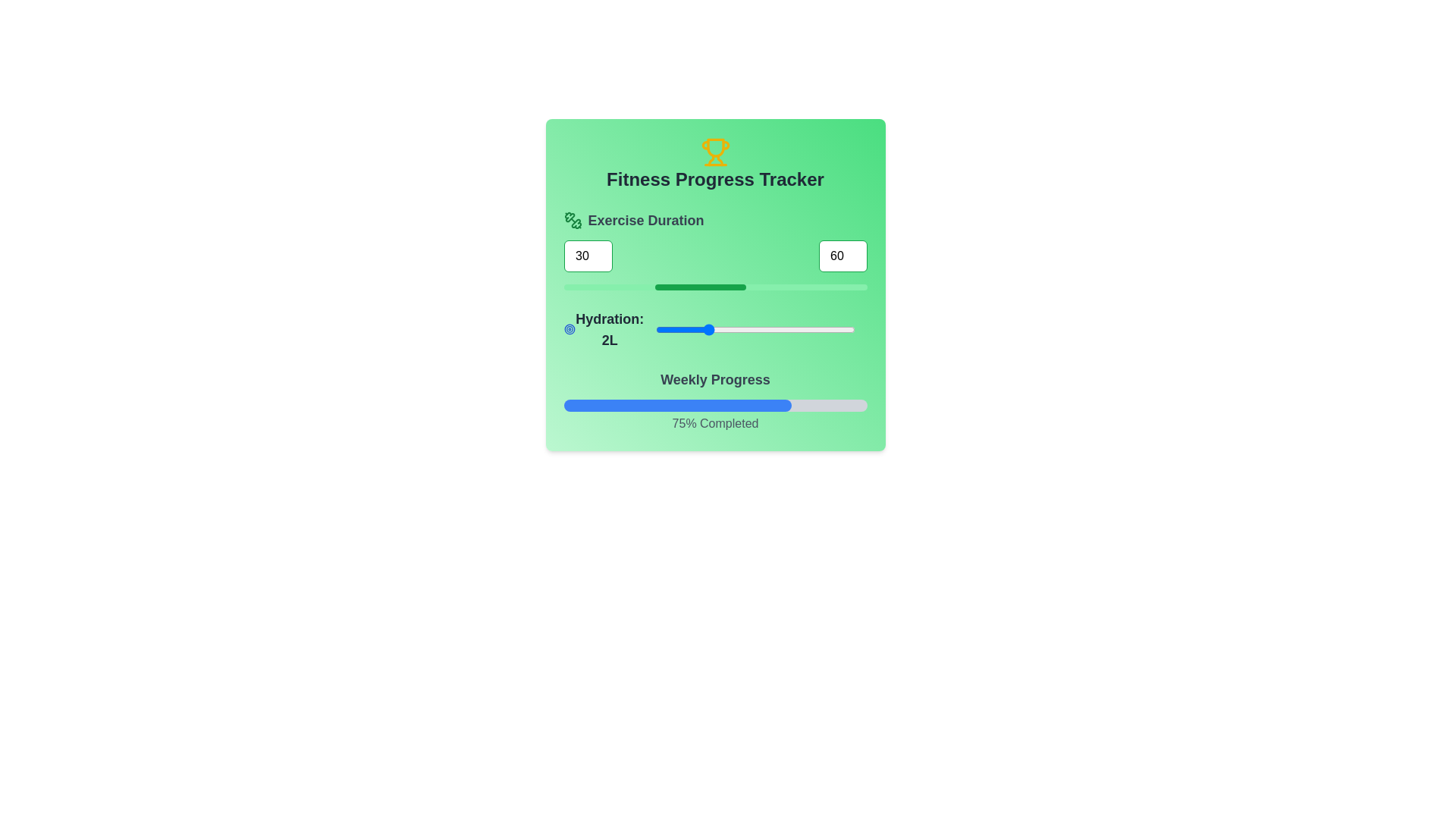 This screenshot has width=1456, height=819. I want to click on the decorative icon in the header section of the 'Fitness Progress Tracker' card, which emphasizes achievements or progress, so click(714, 148).